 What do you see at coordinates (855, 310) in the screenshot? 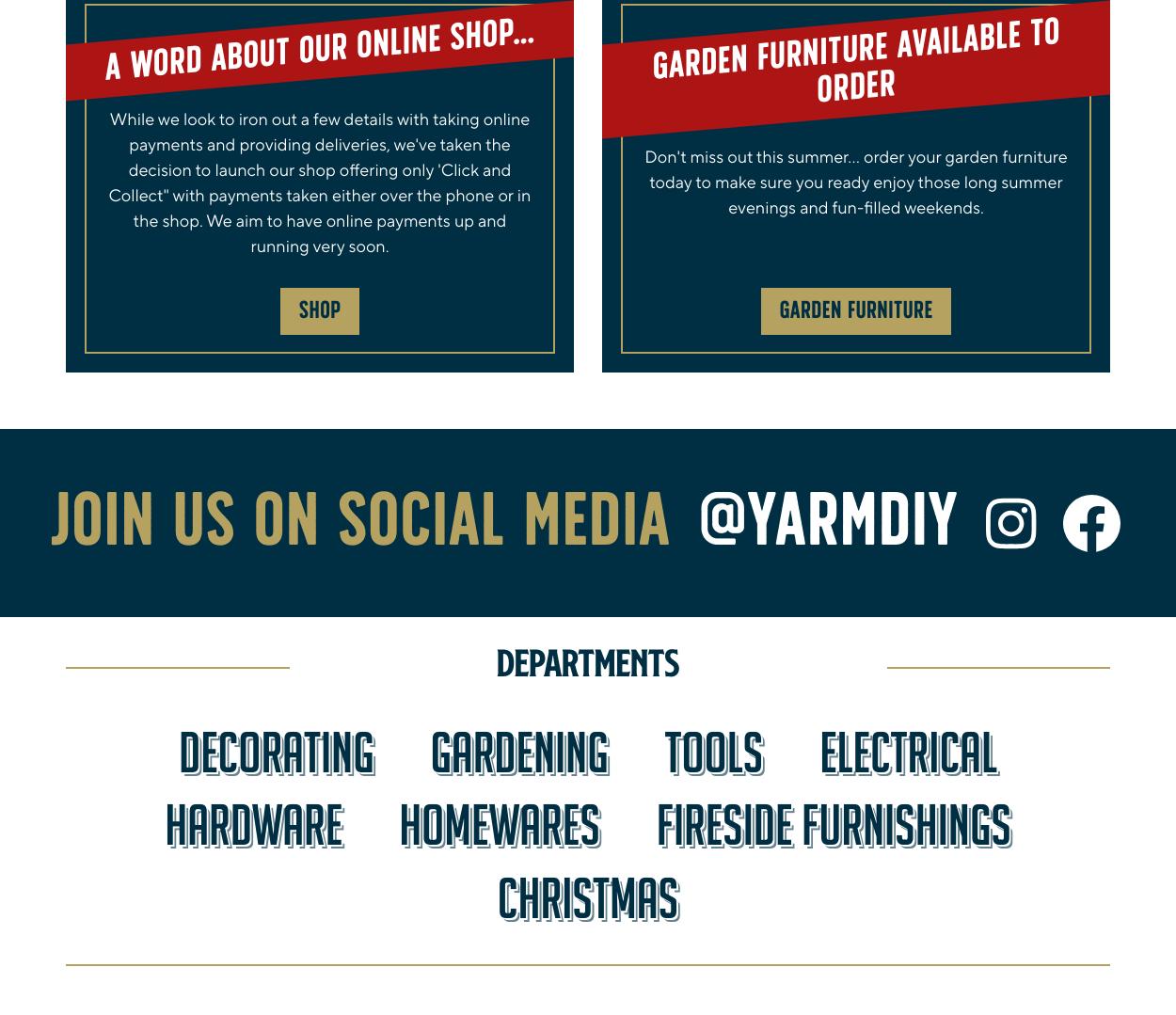
I see `'Garden Furniture'` at bounding box center [855, 310].